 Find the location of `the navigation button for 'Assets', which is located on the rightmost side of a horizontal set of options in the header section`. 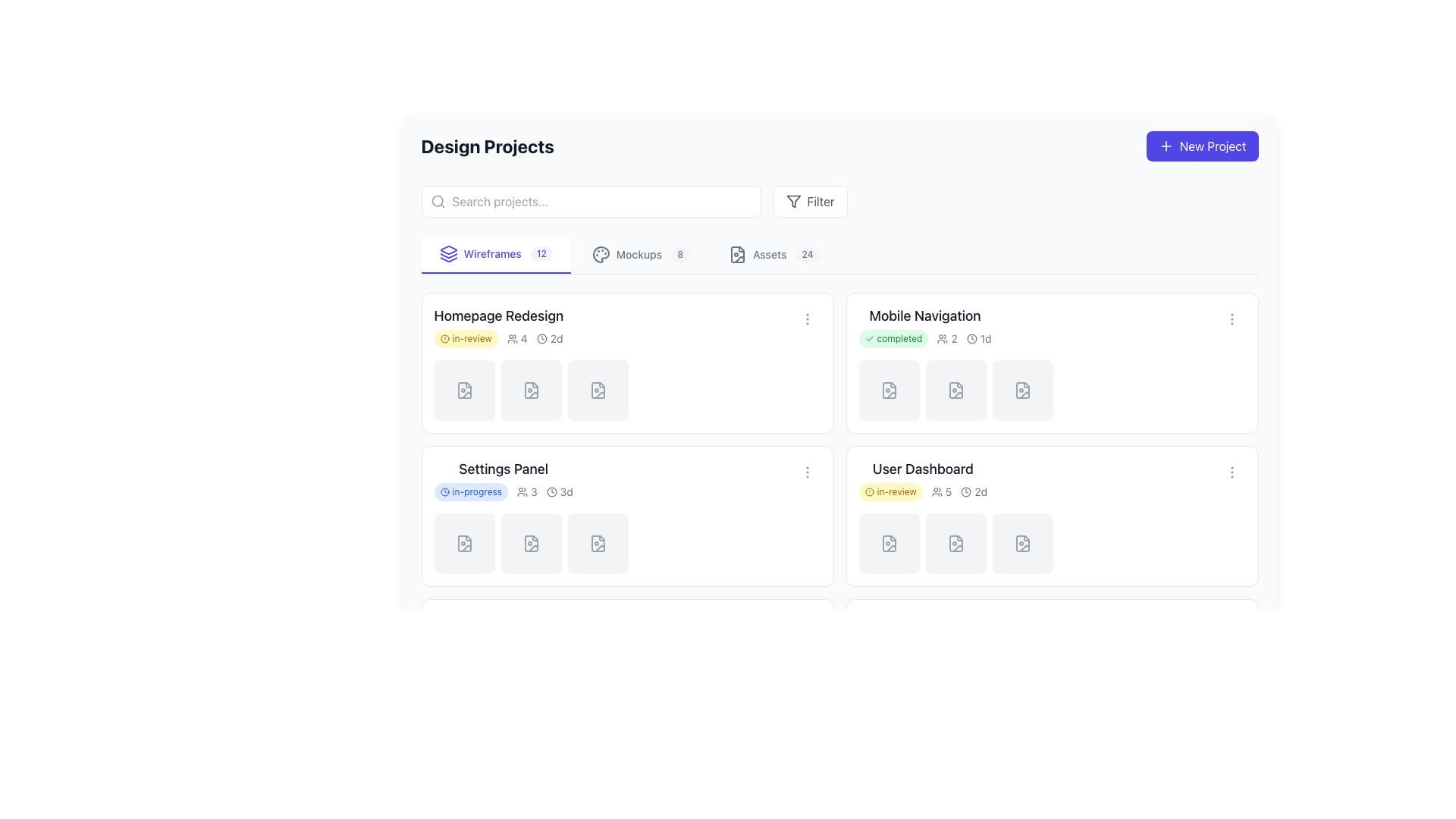

the navigation button for 'Assets', which is located on the rightmost side of a horizontal set of options in the header section is located at coordinates (773, 253).